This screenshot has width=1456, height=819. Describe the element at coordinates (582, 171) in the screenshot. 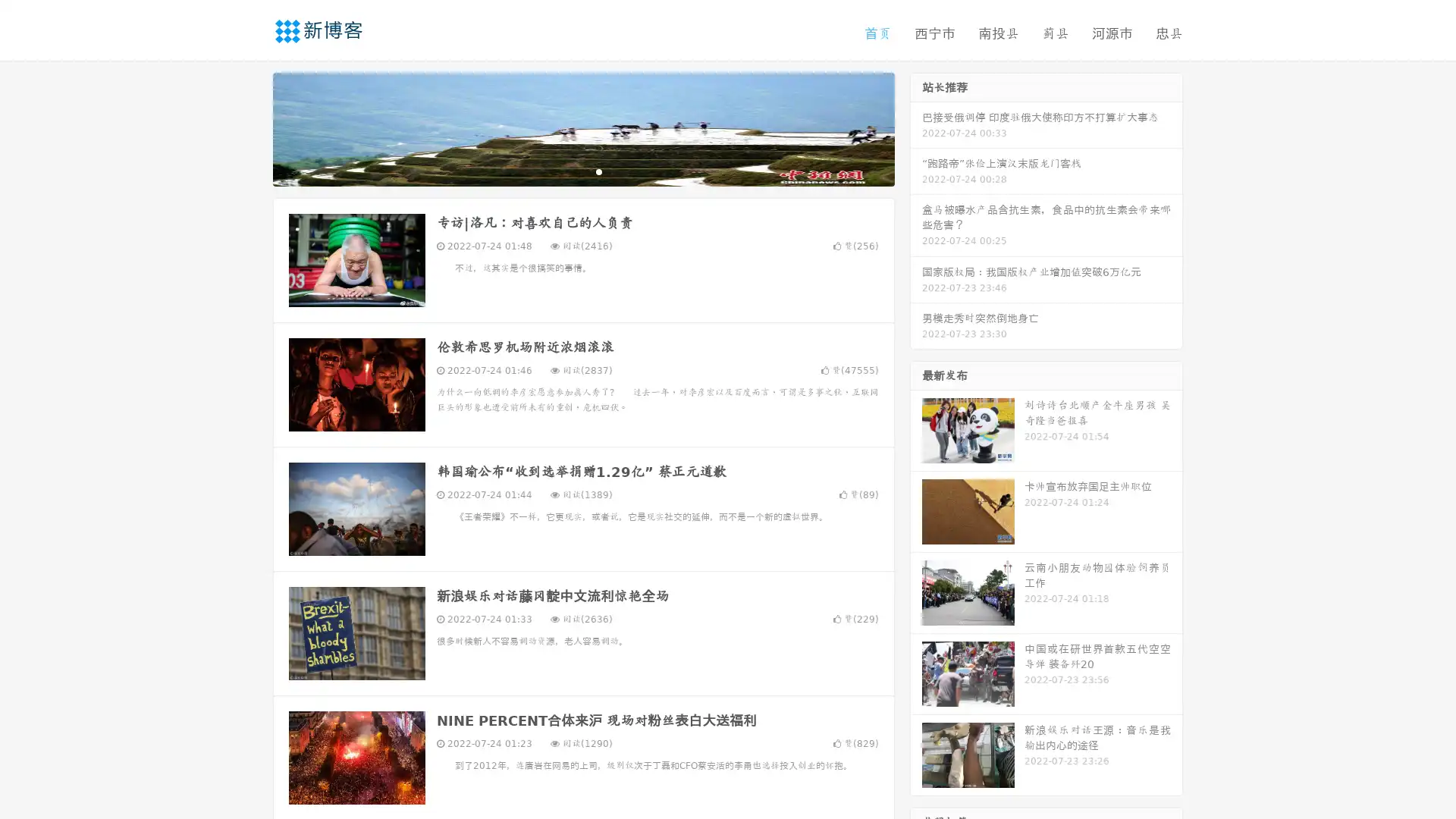

I see `Go to slide 2` at that location.